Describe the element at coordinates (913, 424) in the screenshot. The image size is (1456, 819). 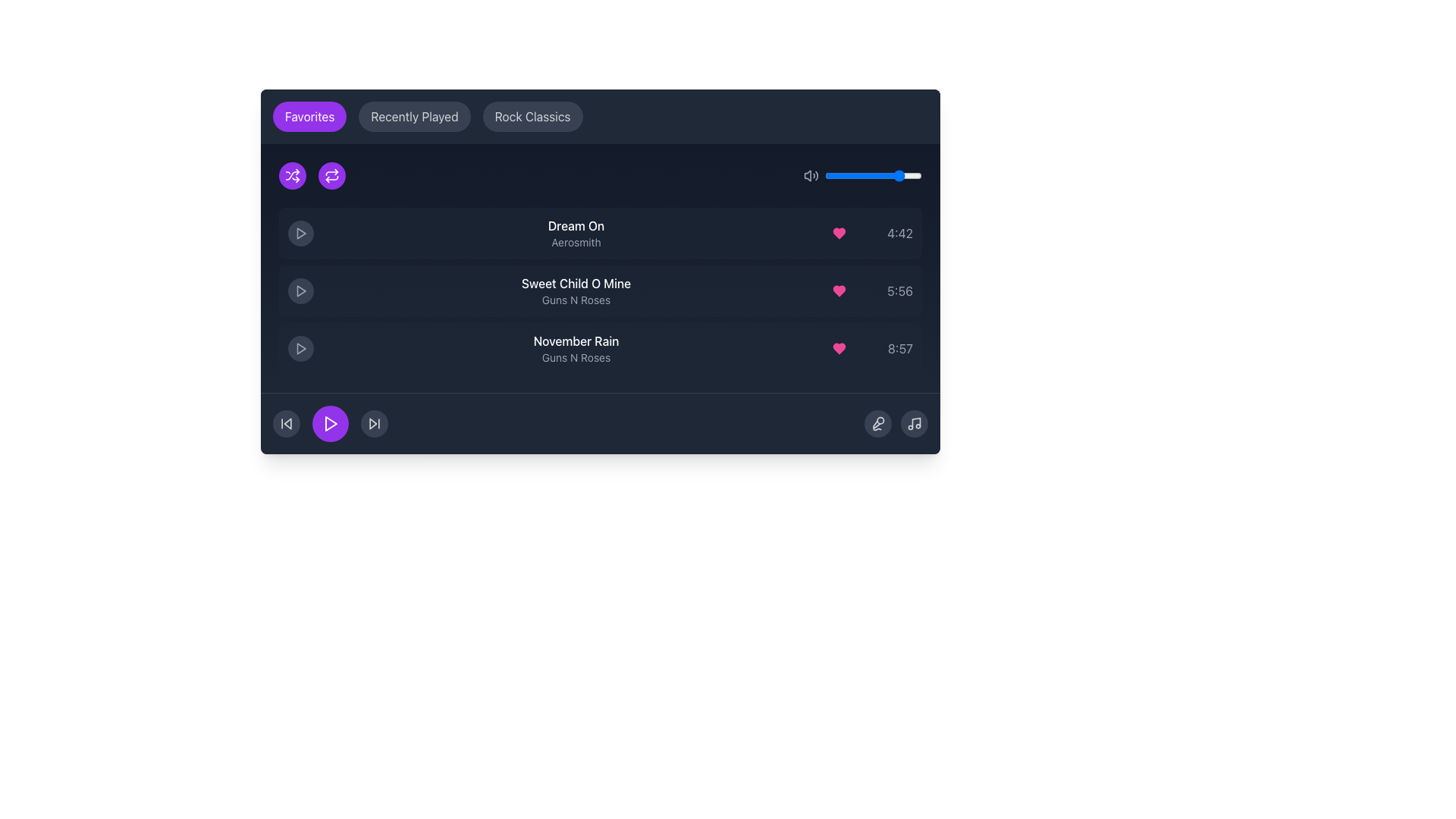
I see `the music button located at the bottom-right corner of the control panel for navigation` at that location.